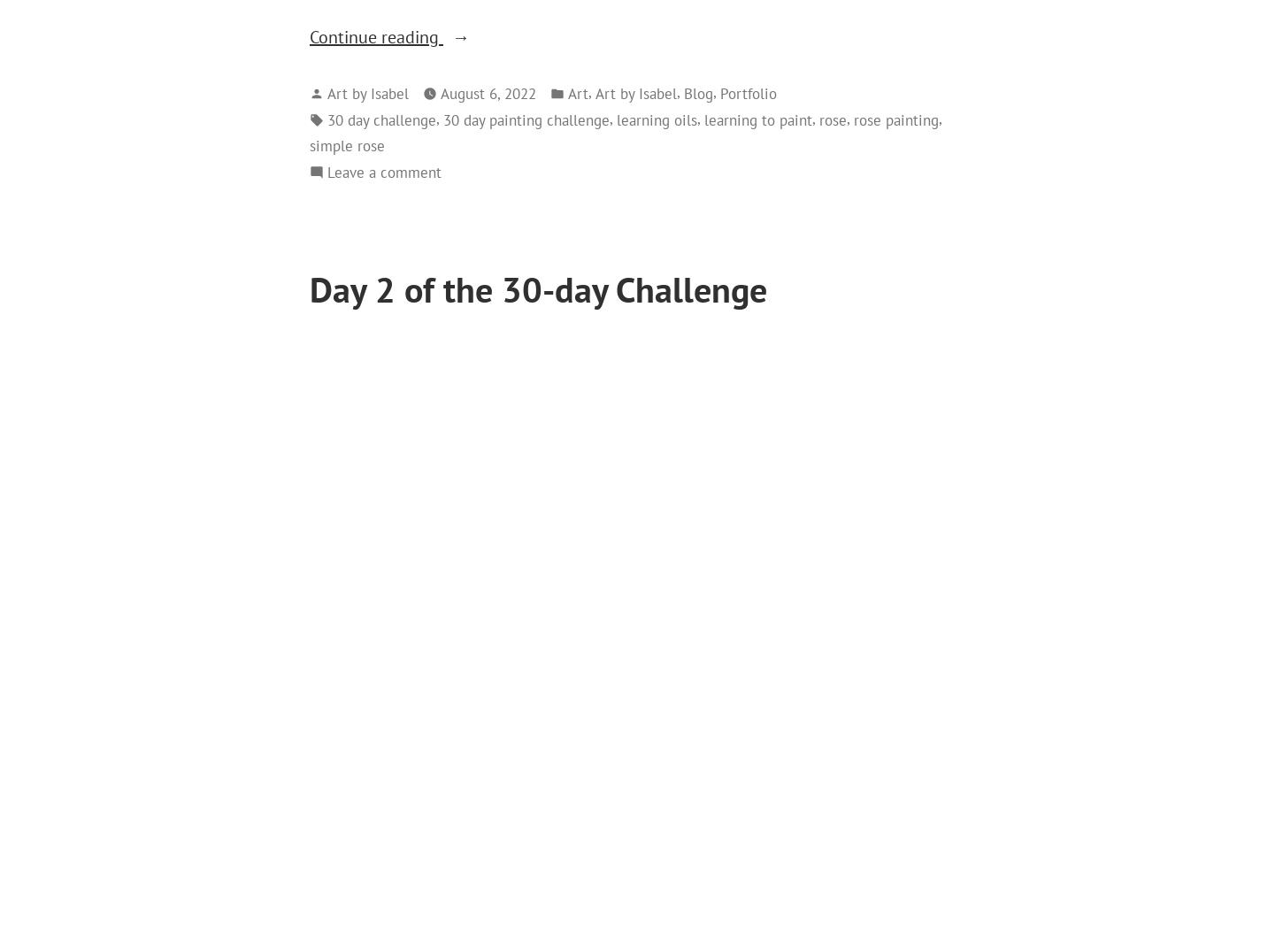 The image size is (1283, 952). I want to click on 'Blog', so click(683, 92).